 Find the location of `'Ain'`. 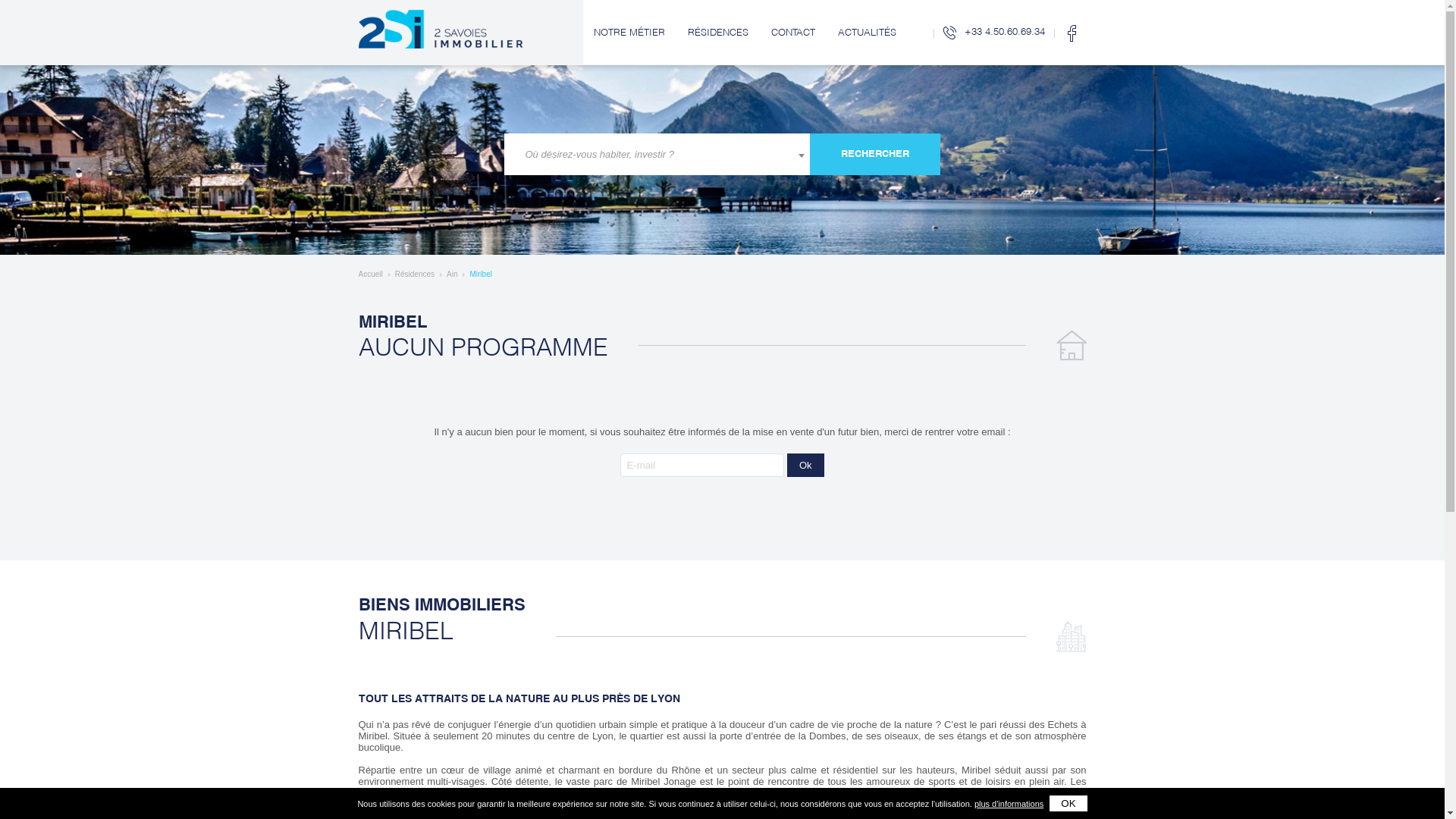

'Ain' is located at coordinates (446, 274).